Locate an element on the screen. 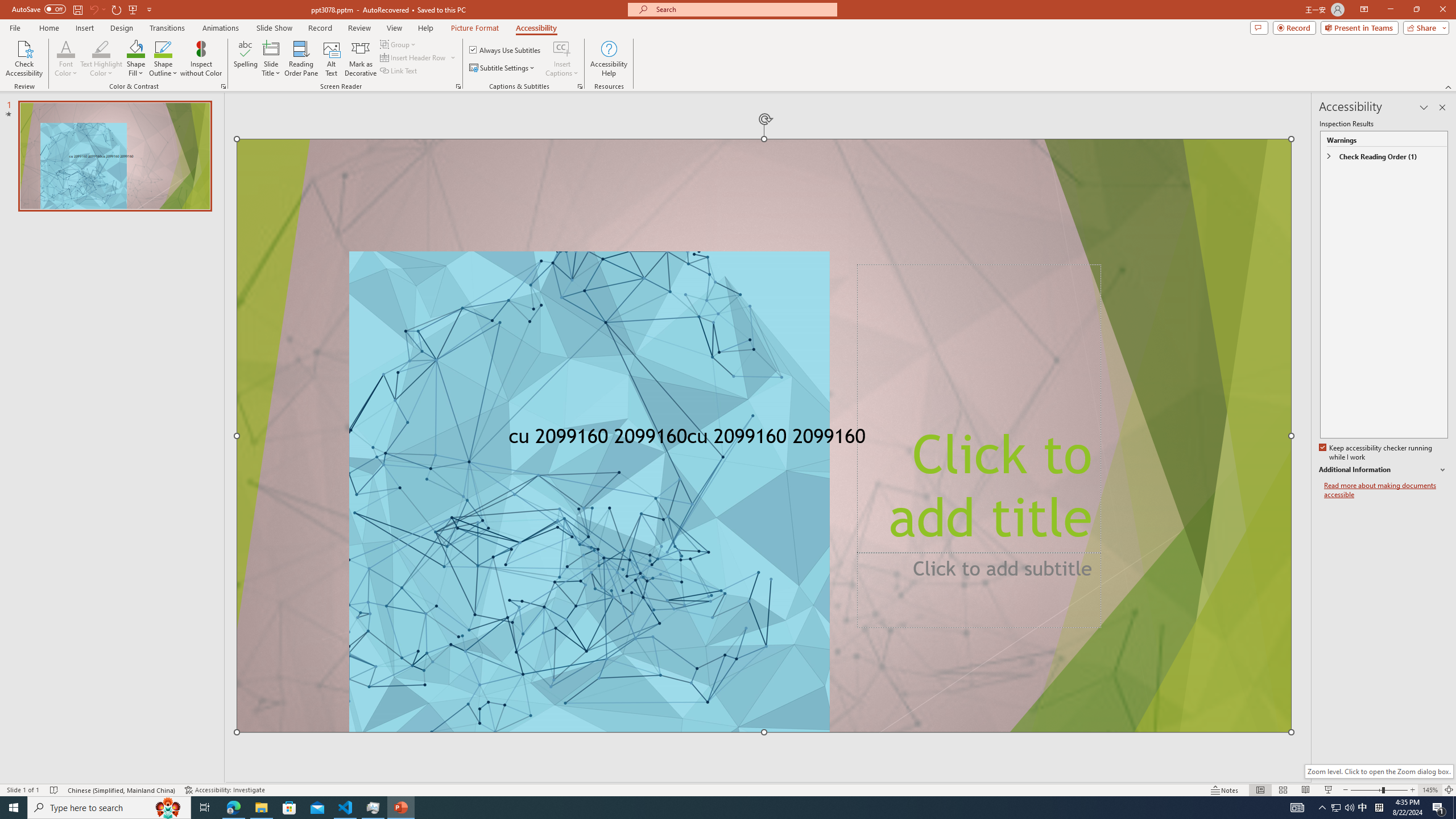 The height and width of the screenshot is (819, 1456). 'Insert Header Row' is located at coordinates (413, 56).